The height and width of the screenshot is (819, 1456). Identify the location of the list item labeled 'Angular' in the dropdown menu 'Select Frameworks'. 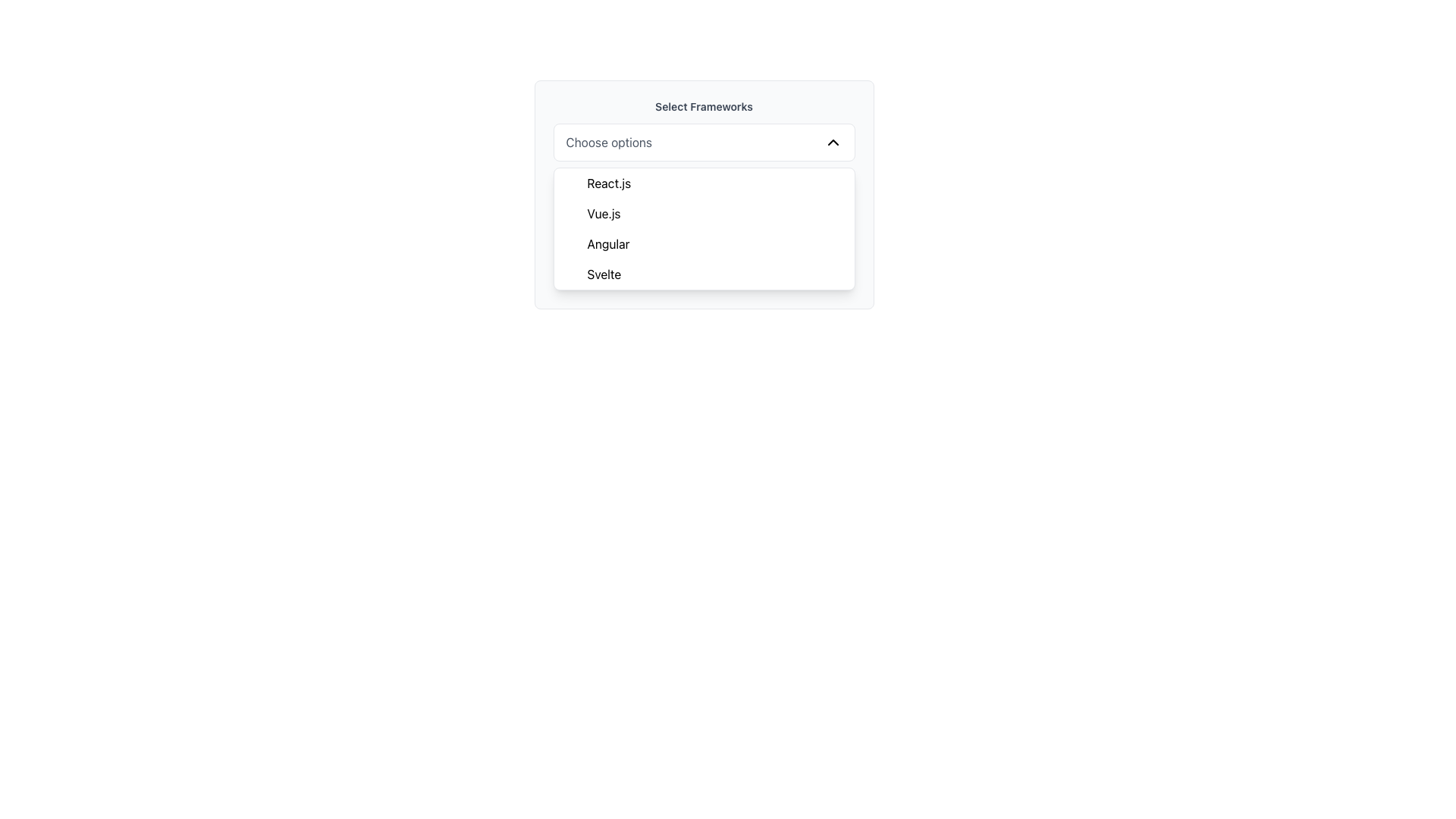
(703, 243).